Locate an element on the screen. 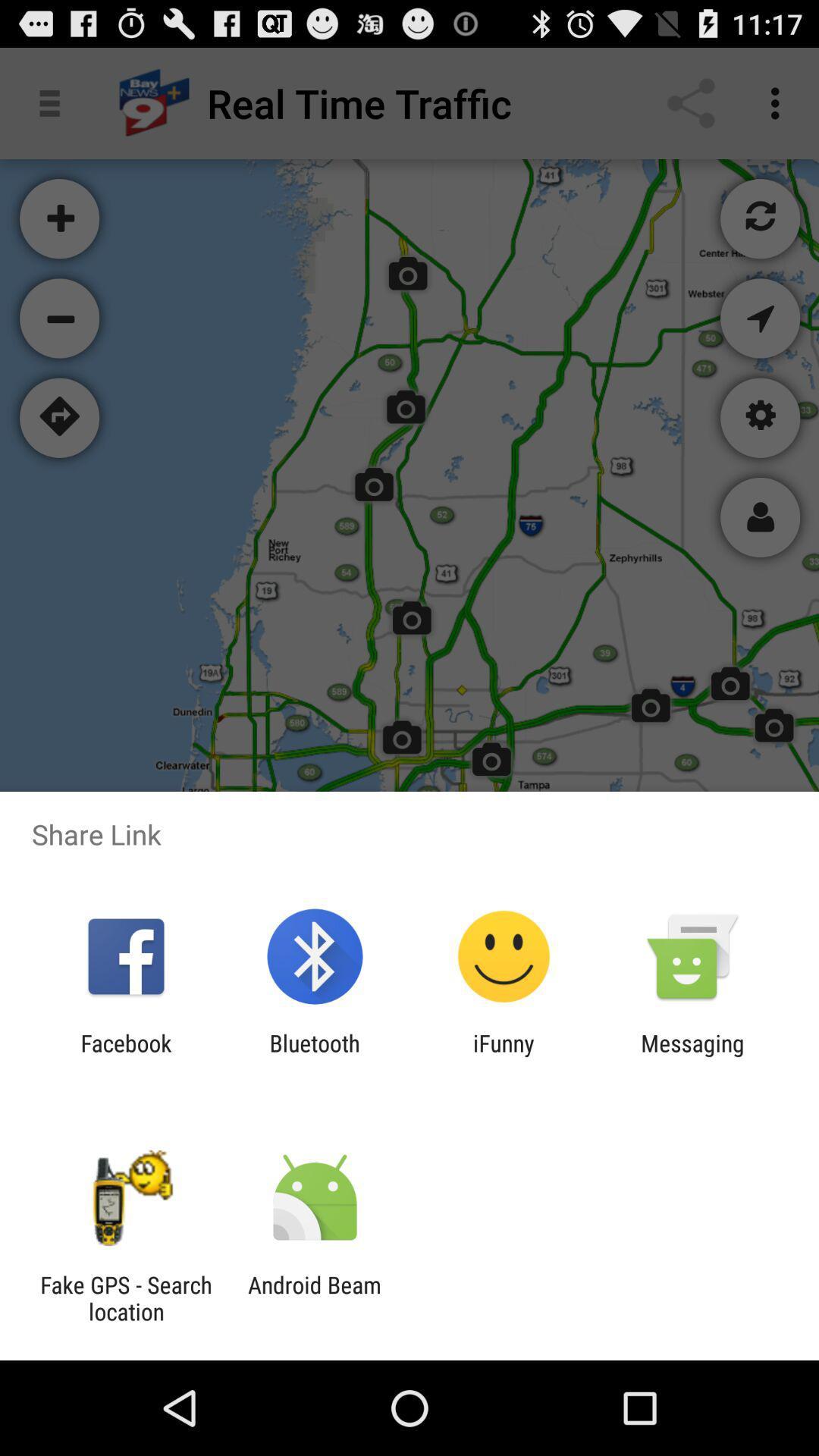 The width and height of the screenshot is (819, 1456). item next to bluetooth icon is located at coordinates (504, 1056).